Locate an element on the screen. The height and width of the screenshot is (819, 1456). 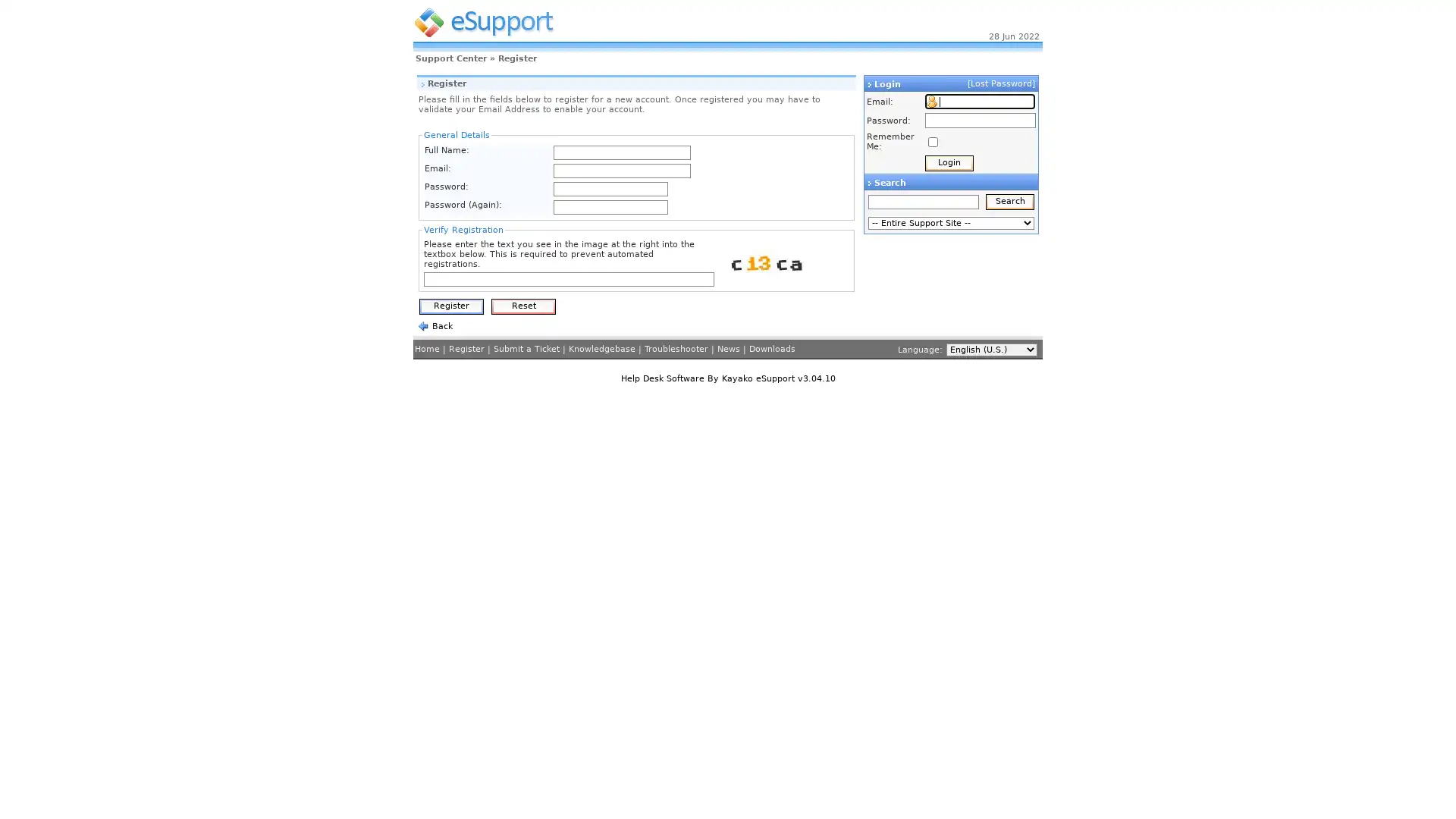
Login is located at coordinates (949, 163).